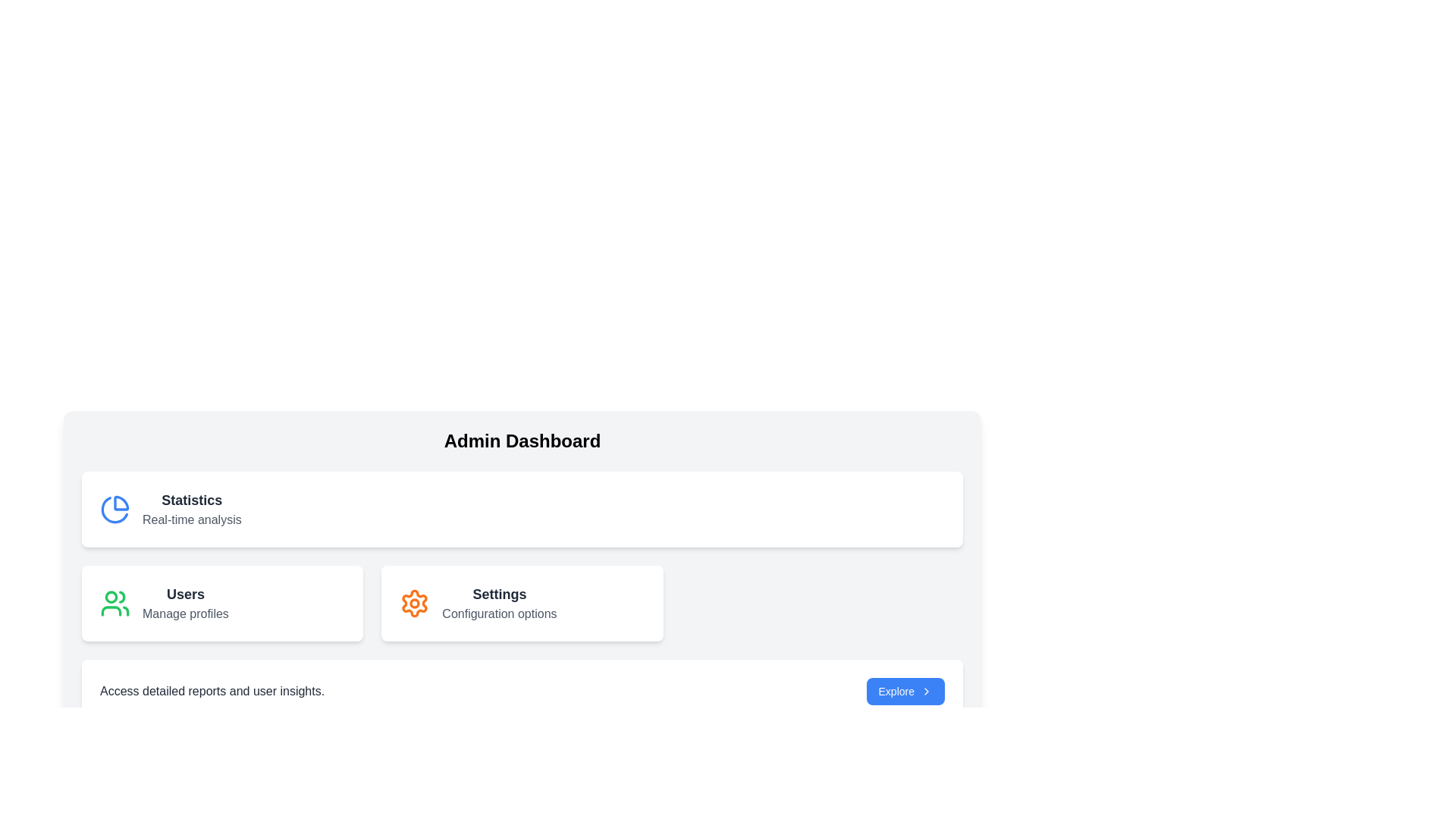  Describe the element at coordinates (184, 602) in the screenshot. I see `text element that identifies a navigation or action card related to managing user profiles, positioned centrally within a white card under an icon of stylized green users` at that location.